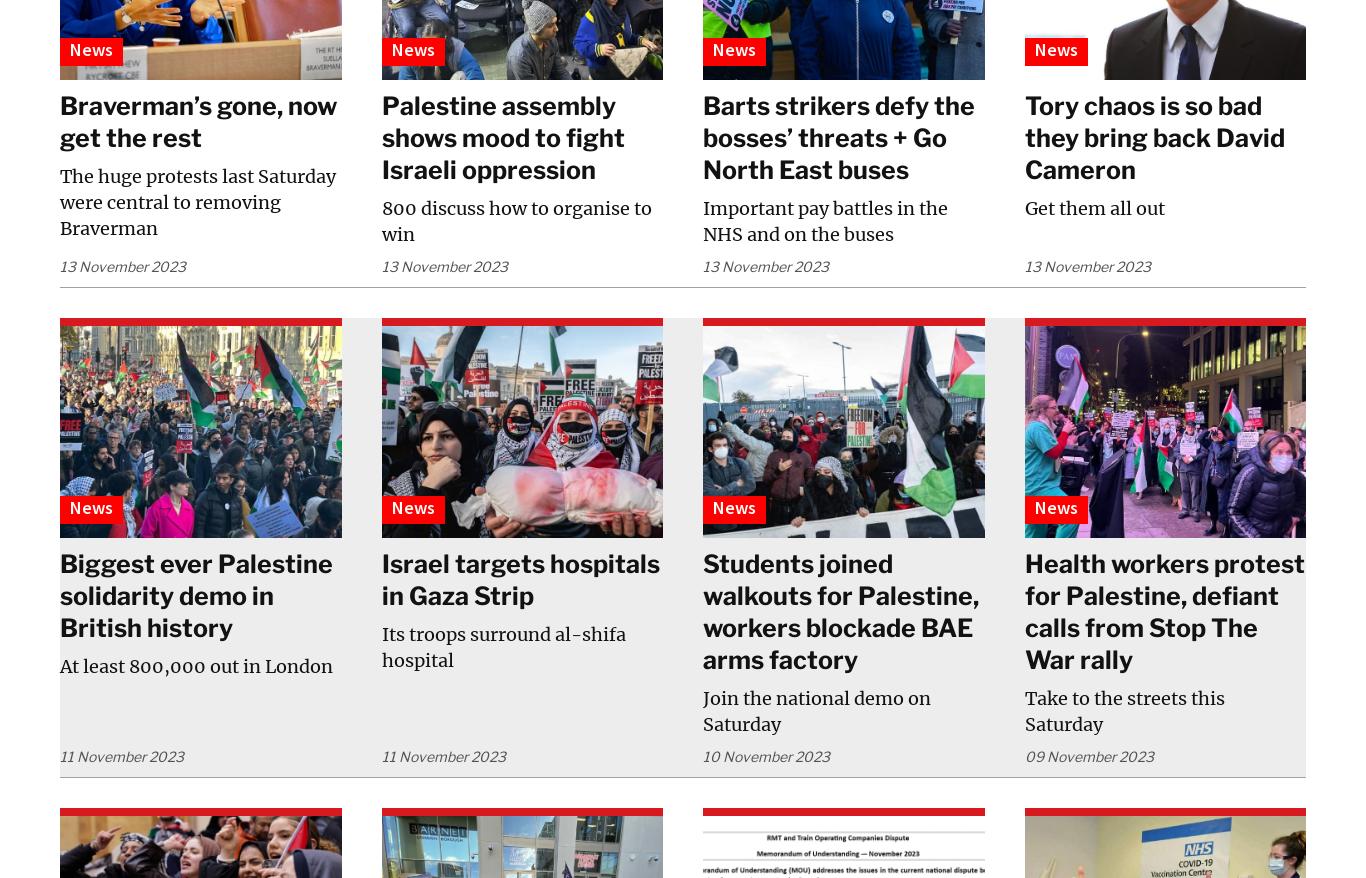  What do you see at coordinates (195, 595) in the screenshot?
I see `'Biggest ever Palestine solidarity demo in British history'` at bounding box center [195, 595].